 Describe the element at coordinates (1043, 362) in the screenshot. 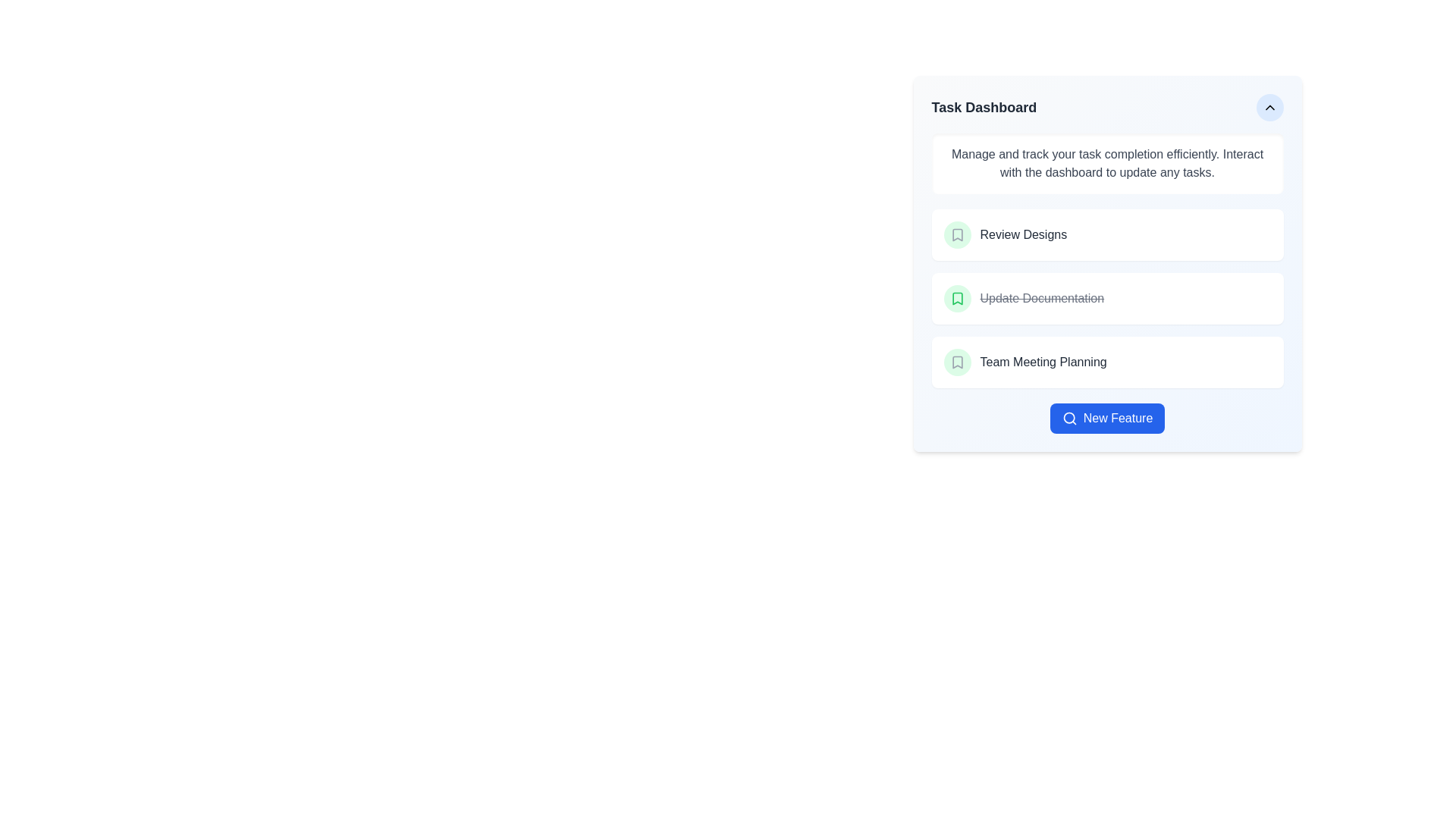

I see `the text label that serves as the title of the third task in the task management dashboard, located to the lower right of a green circled bookmark icon` at that location.